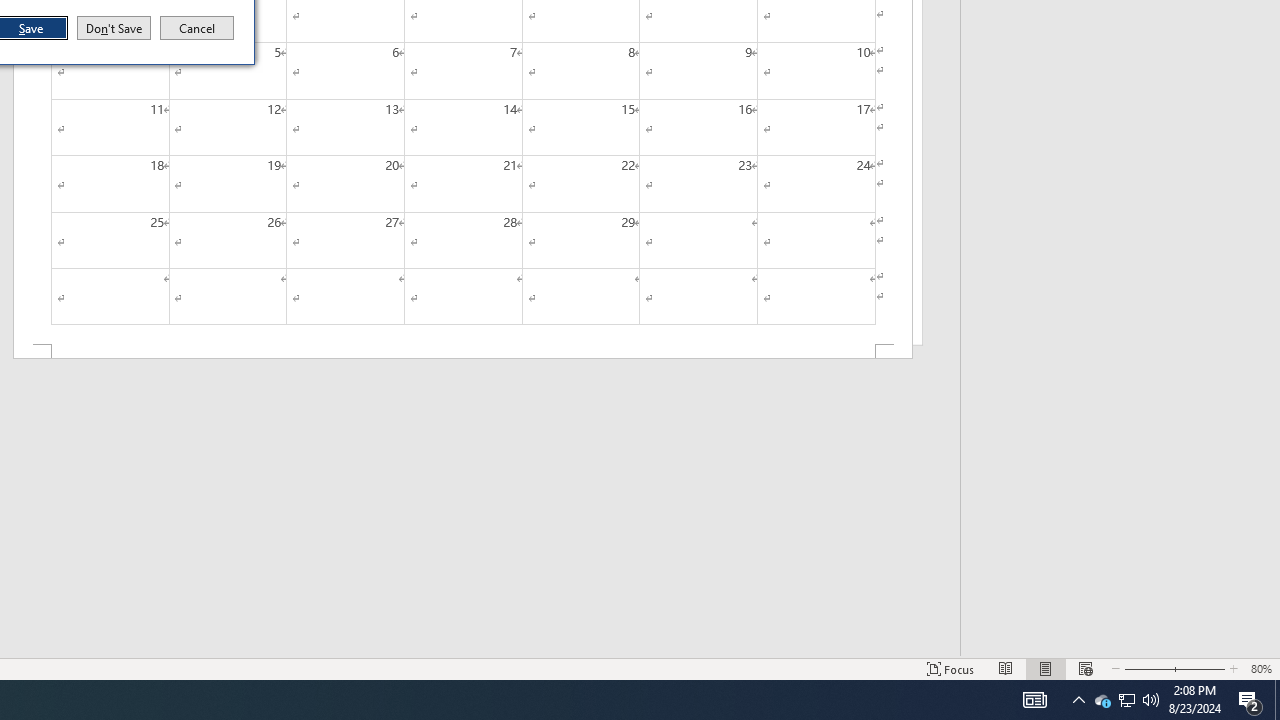 This screenshot has height=720, width=1280. What do you see at coordinates (1196, 669) in the screenshot?
I see `'Zoom In'` at bounding box center [1196, 669].